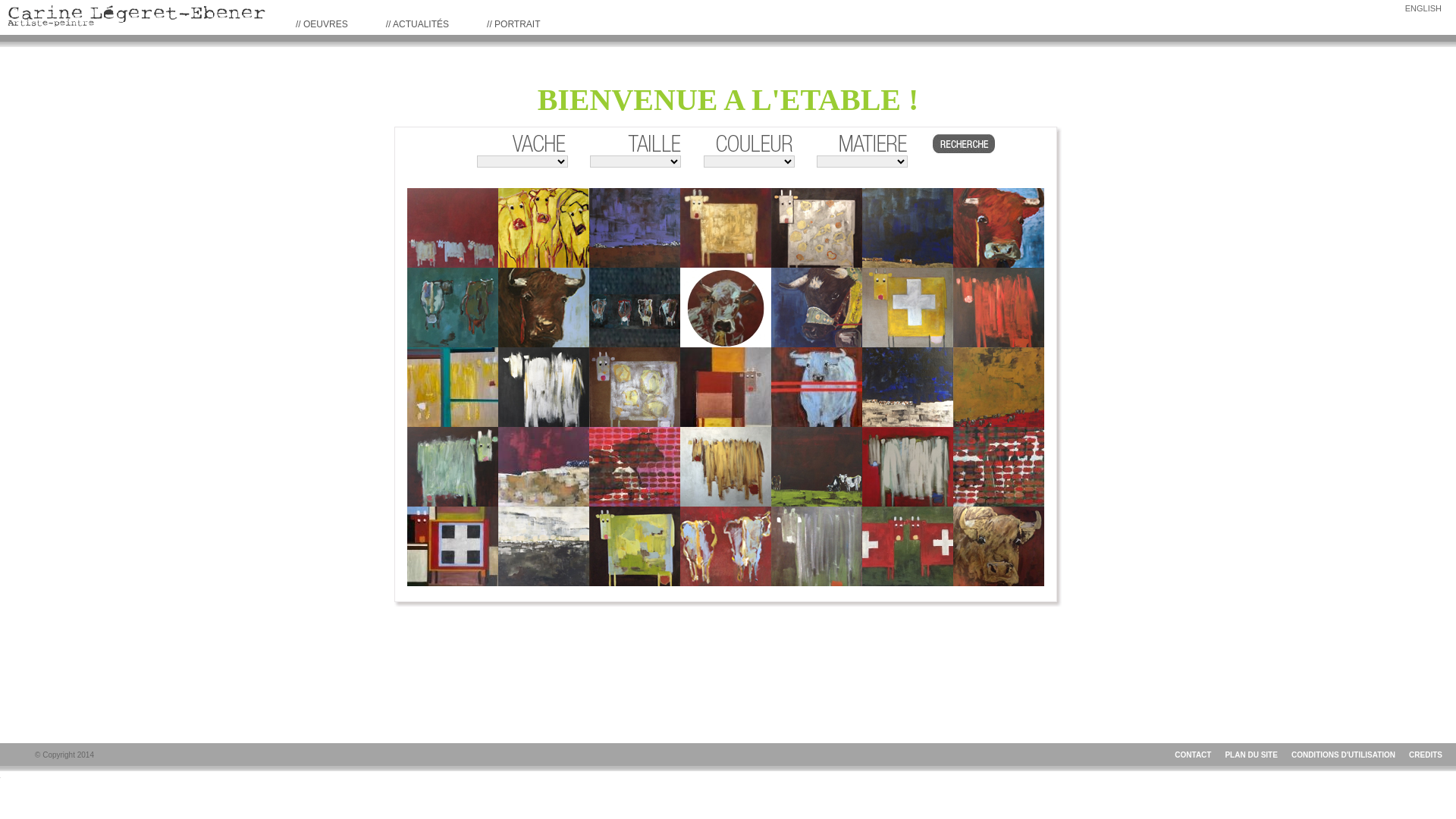 The width and height of the screenshot is (1456, 819). What do you see at coordinates (1250, 755) in the screenshot?
I see `'PLAN DU SITE'` at bounding box center [1250, 755].